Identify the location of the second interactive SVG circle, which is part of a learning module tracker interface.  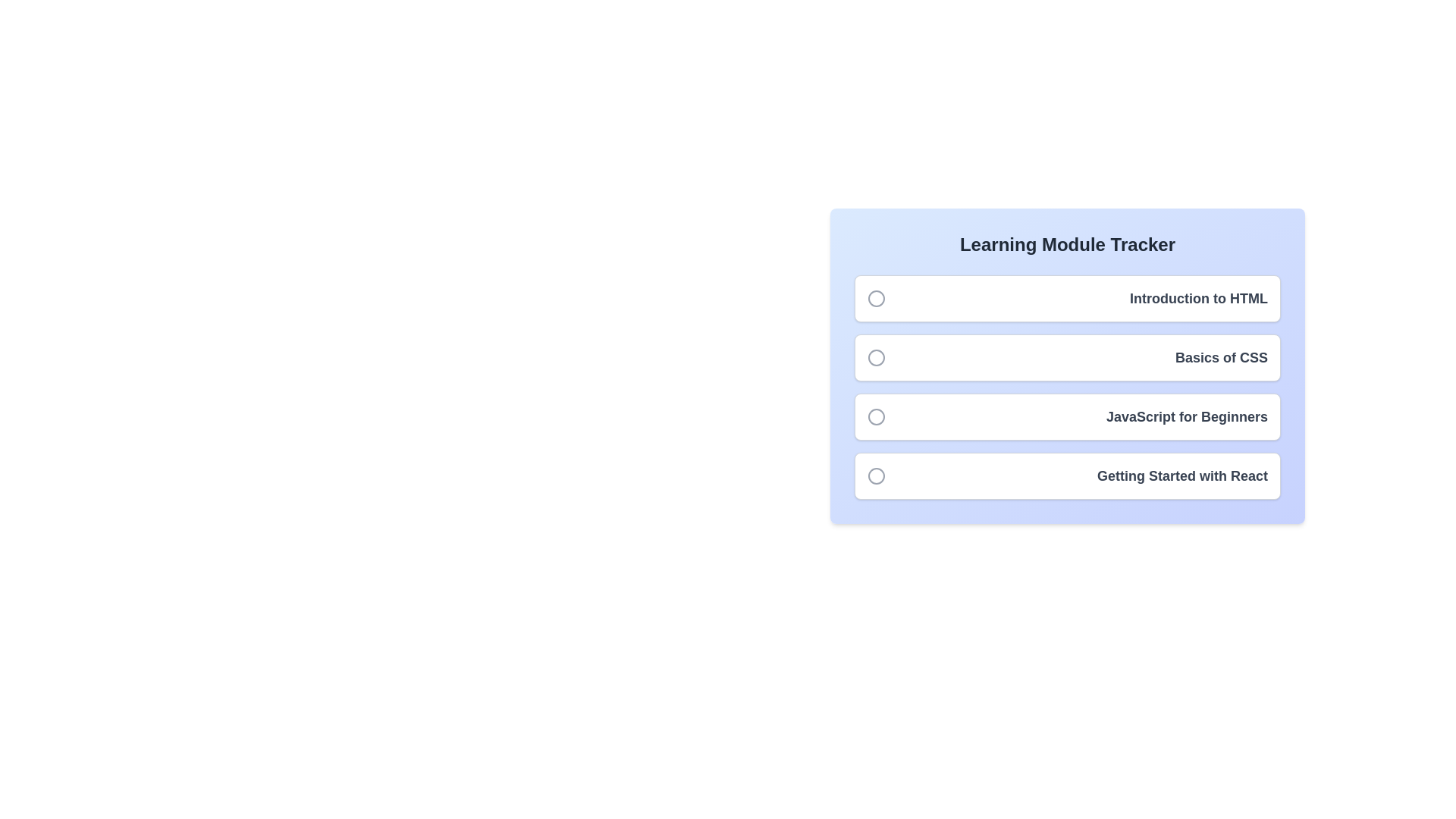
(877, 357).